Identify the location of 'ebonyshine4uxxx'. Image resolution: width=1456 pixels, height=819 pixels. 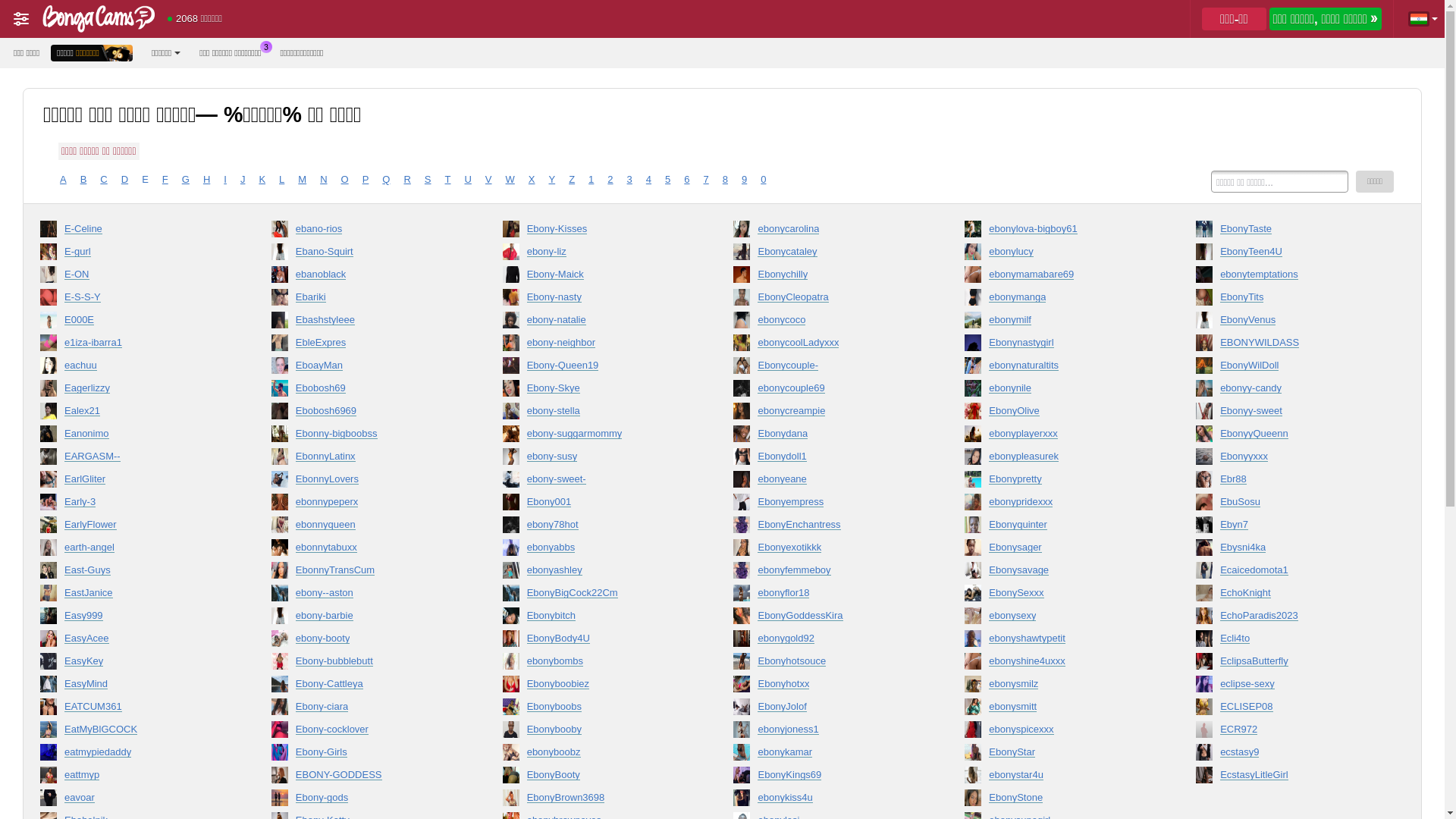
(1058, 663).